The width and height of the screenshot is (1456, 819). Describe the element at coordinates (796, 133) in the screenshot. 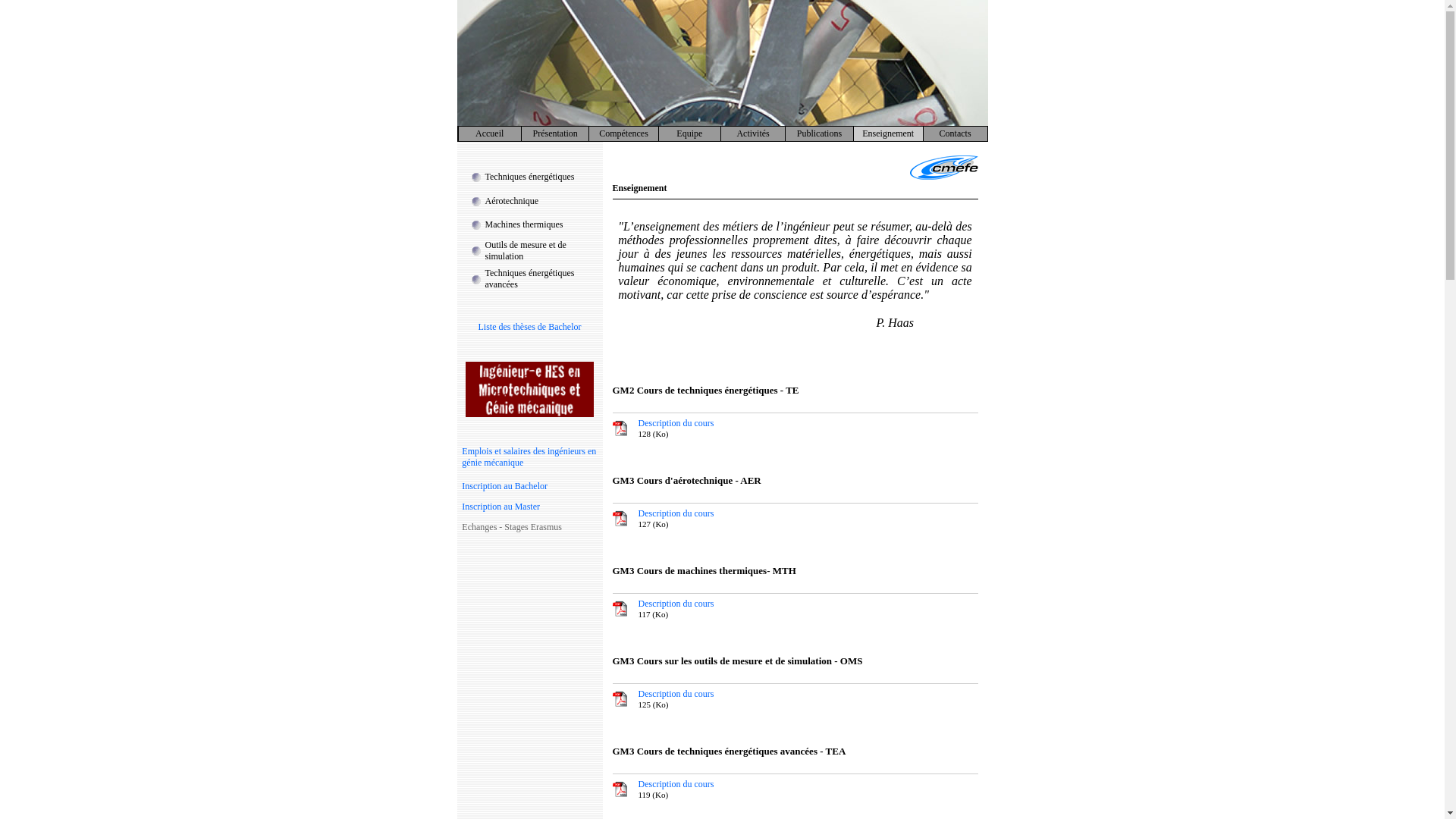

I see `'Publications'` at that location.